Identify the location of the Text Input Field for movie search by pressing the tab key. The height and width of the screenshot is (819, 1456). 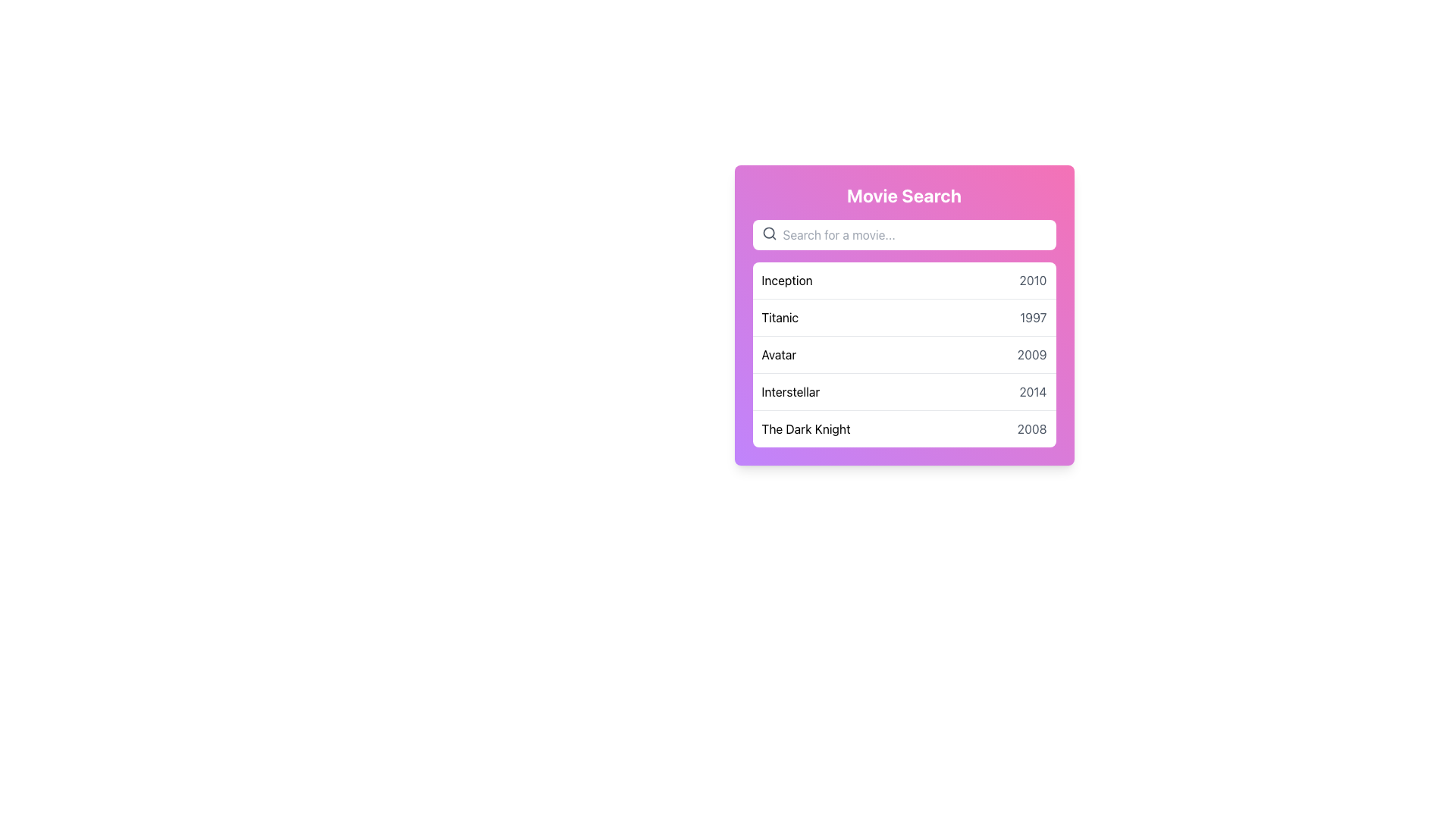
(904, 234).